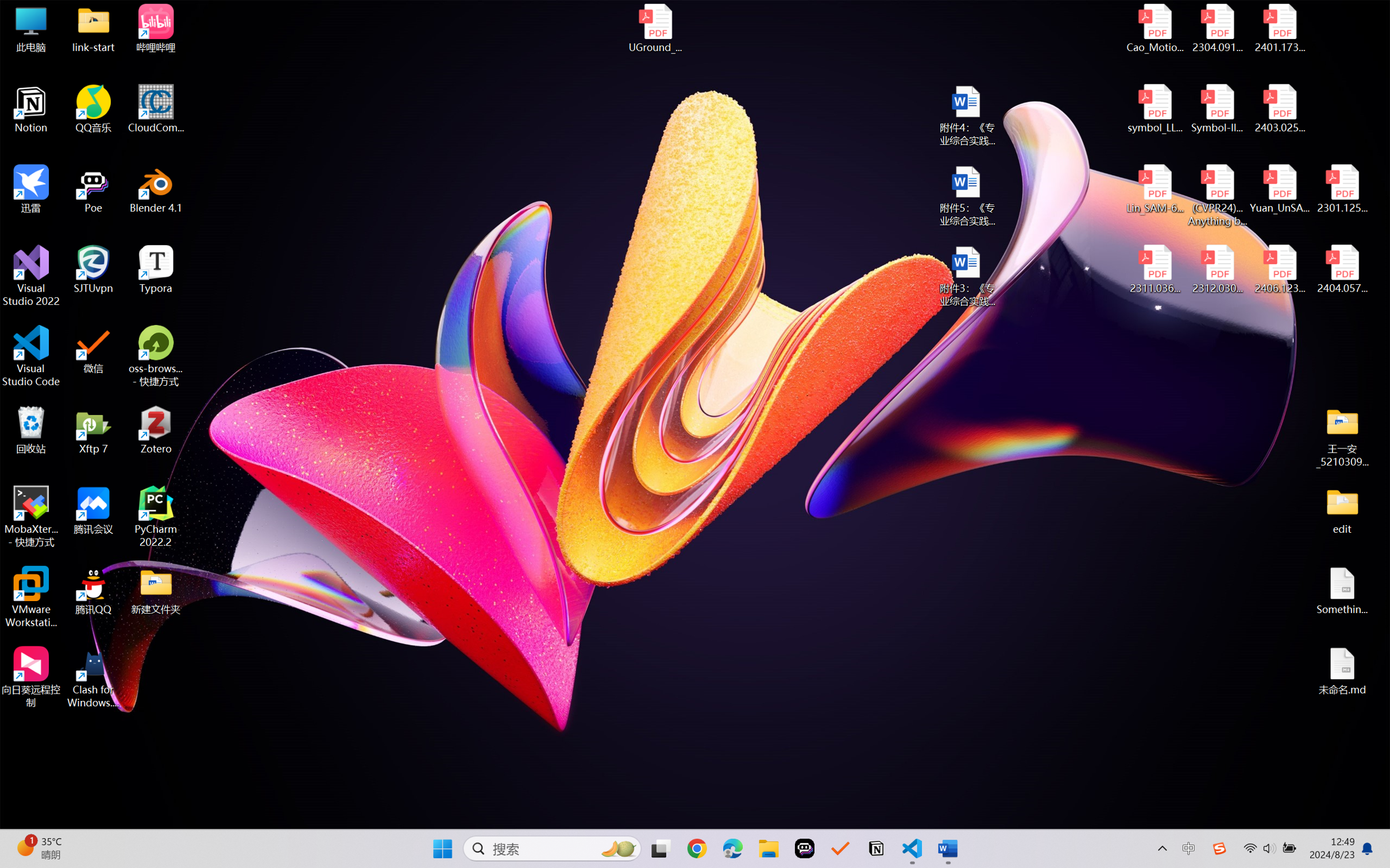 This screenshot has width=1390, height=868. Describe the element at coordinates (1341, 269) in the screenshot. I see `'2404.05719v1.pdf'` at that location.